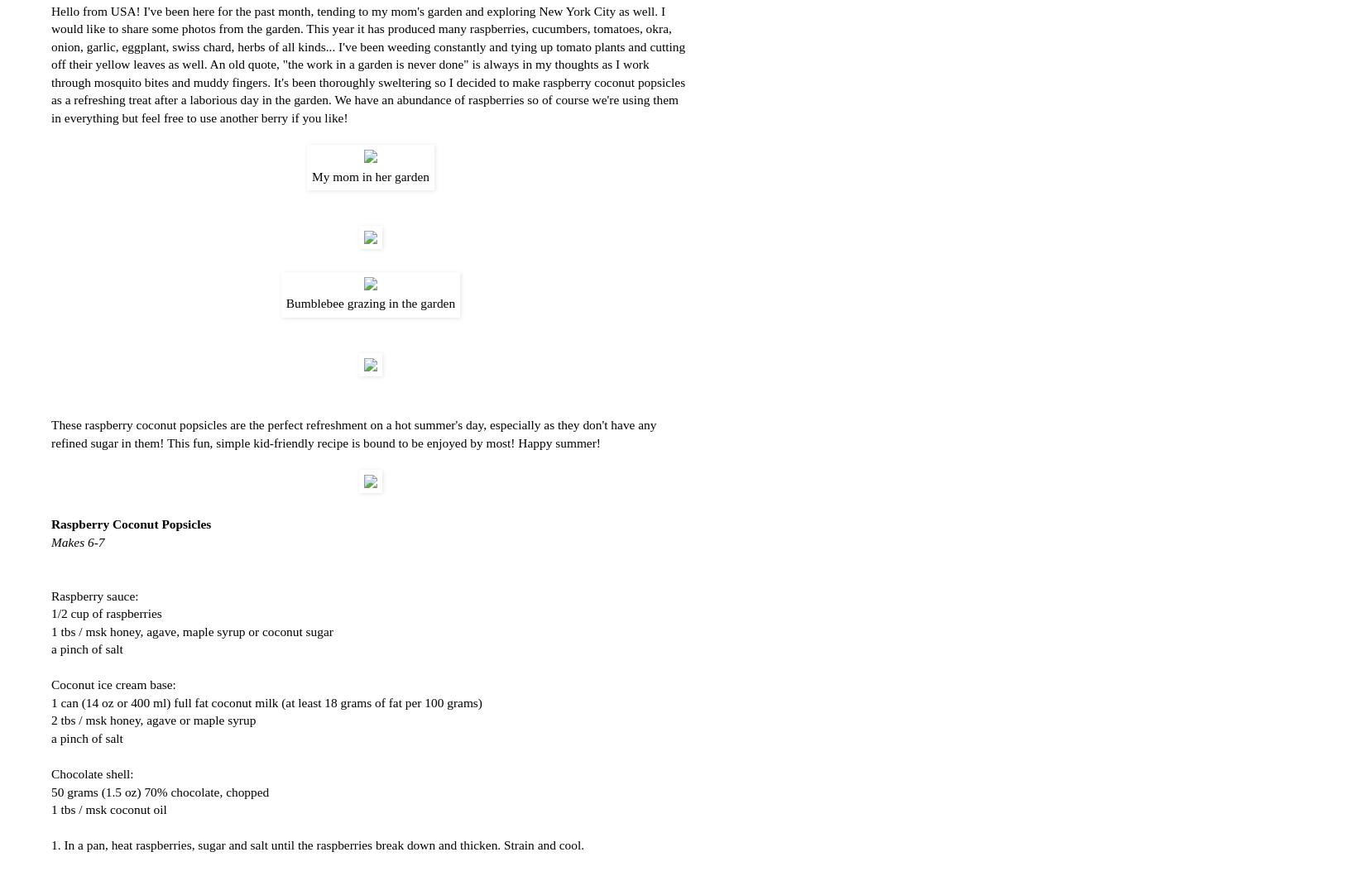 This screenshot has width=1372, height=876. I want to click on 'Chocolate shell:', so click(91, 773).